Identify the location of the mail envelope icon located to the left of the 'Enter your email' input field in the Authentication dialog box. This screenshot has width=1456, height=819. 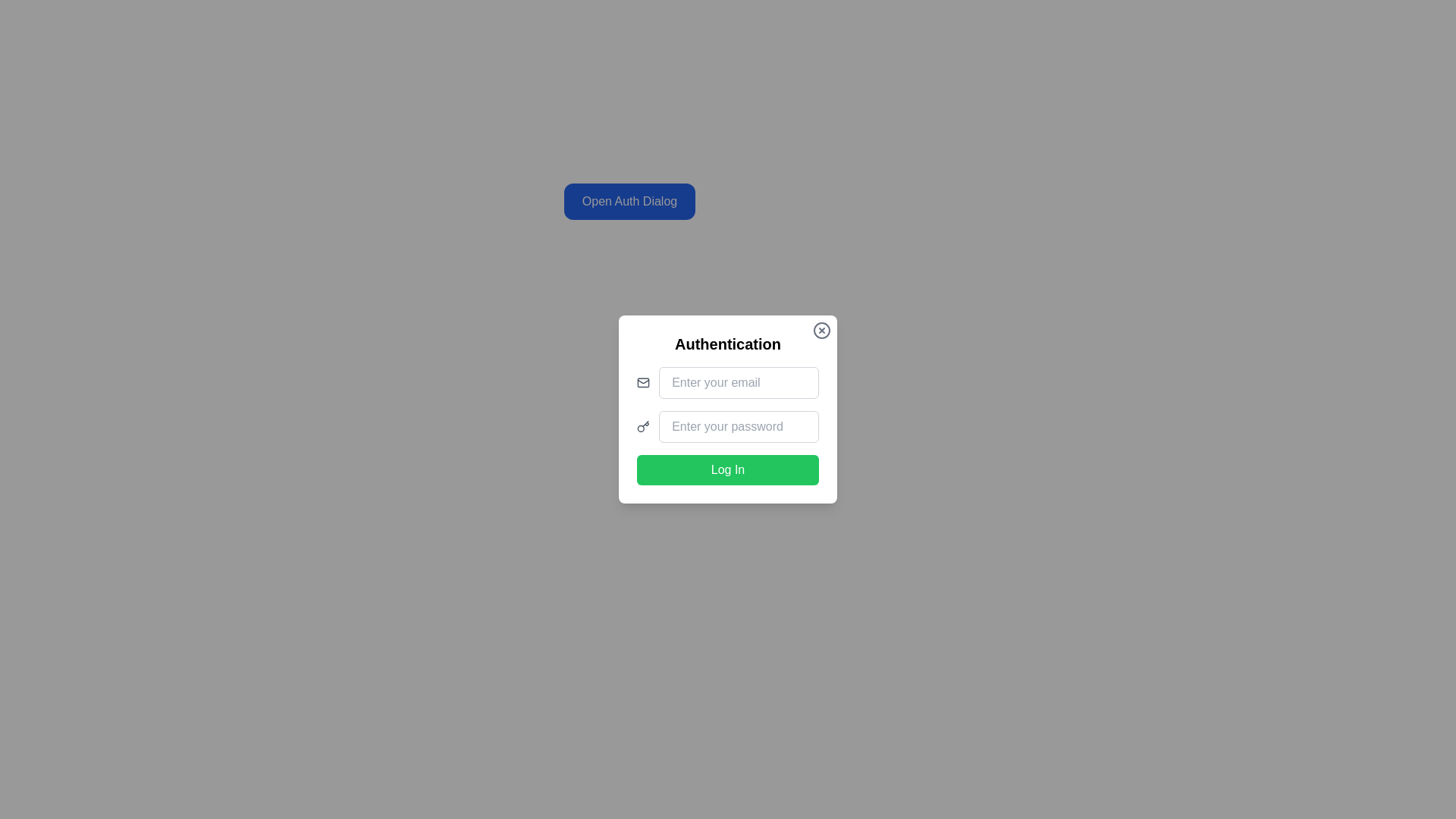
(643, 382).